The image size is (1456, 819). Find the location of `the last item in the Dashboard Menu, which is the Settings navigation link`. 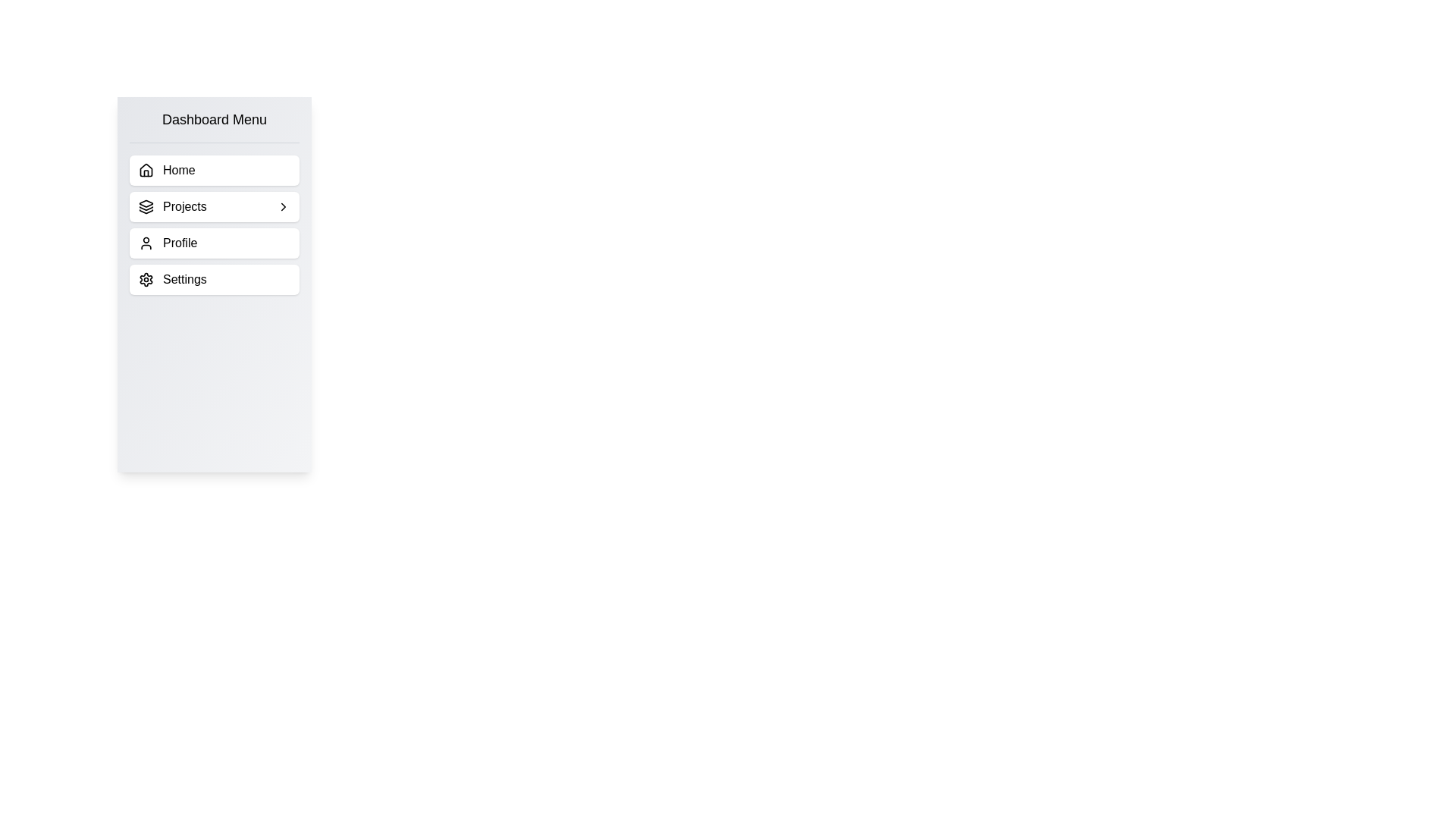

the last item in the Dashboard Menu, which is the Settings navigation link is located at coordinates (172, 280).